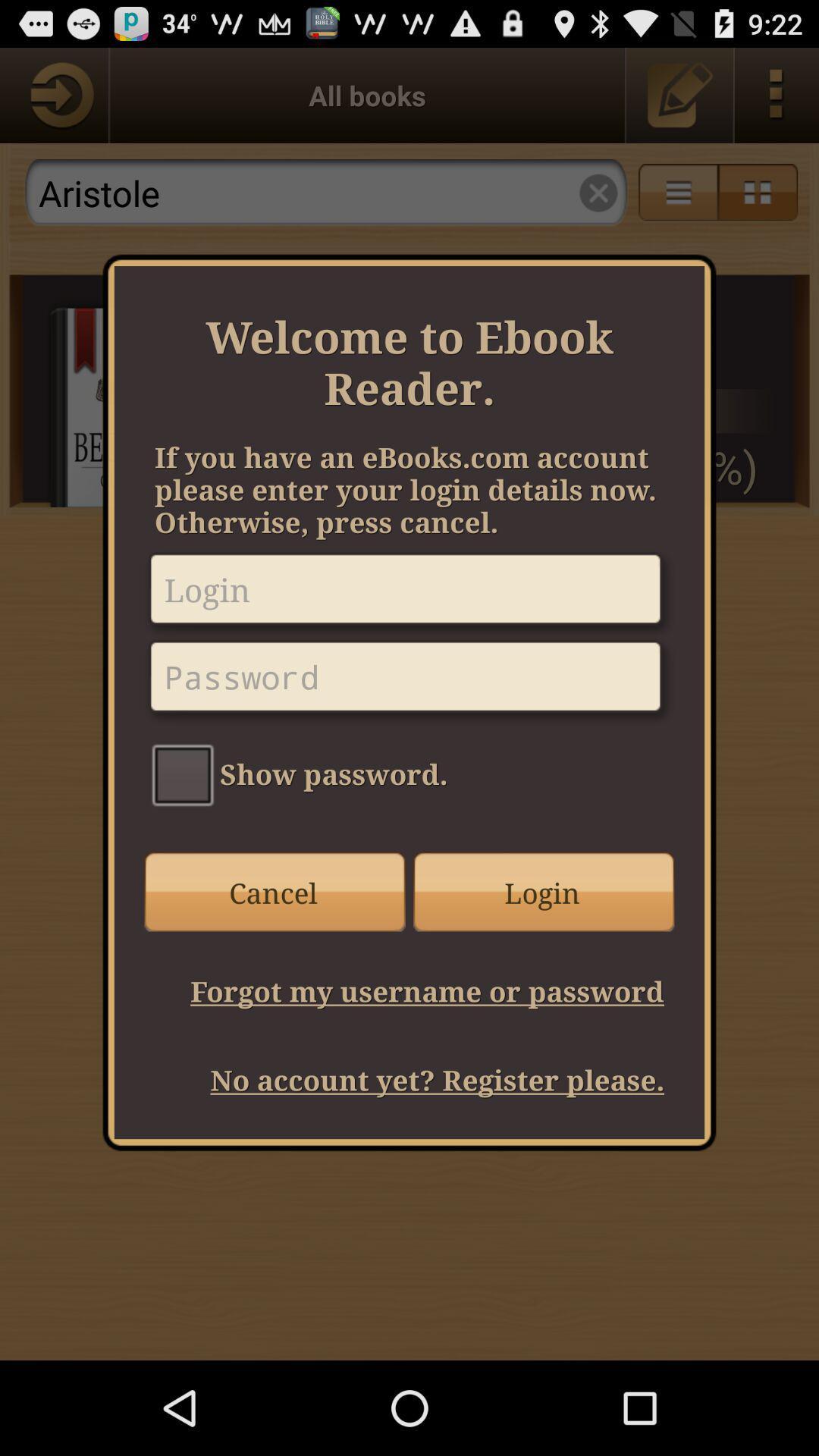 The width and height of the screenshot is (819, 1456). What do you see at coordinates (409, 682) in the screenshot?
I see `password here` at bounding box center [409, 682].